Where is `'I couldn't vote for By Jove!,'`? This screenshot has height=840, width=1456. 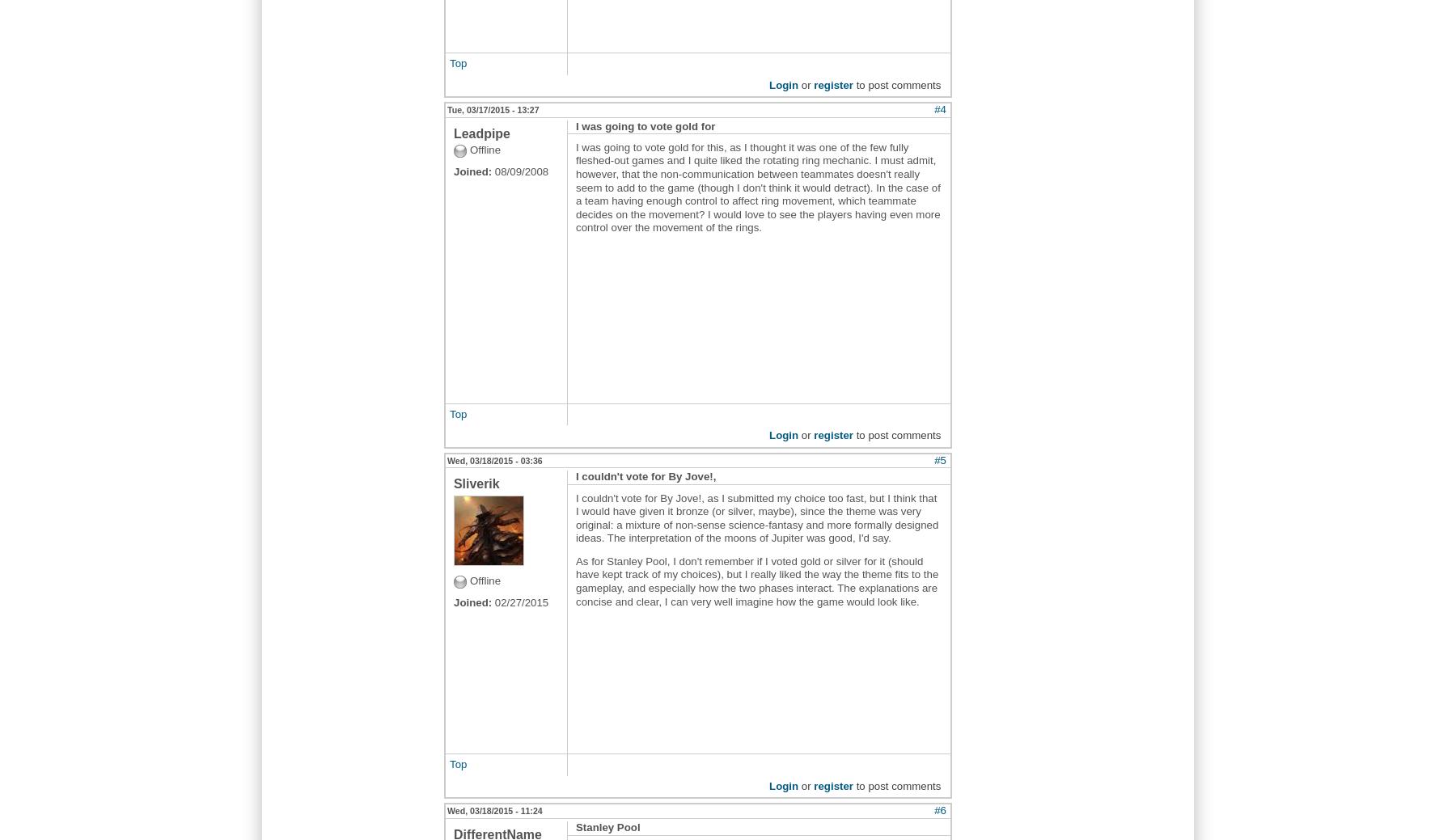
'I couldn't vote for By Jove!,' is located at coordinates (645, 476).